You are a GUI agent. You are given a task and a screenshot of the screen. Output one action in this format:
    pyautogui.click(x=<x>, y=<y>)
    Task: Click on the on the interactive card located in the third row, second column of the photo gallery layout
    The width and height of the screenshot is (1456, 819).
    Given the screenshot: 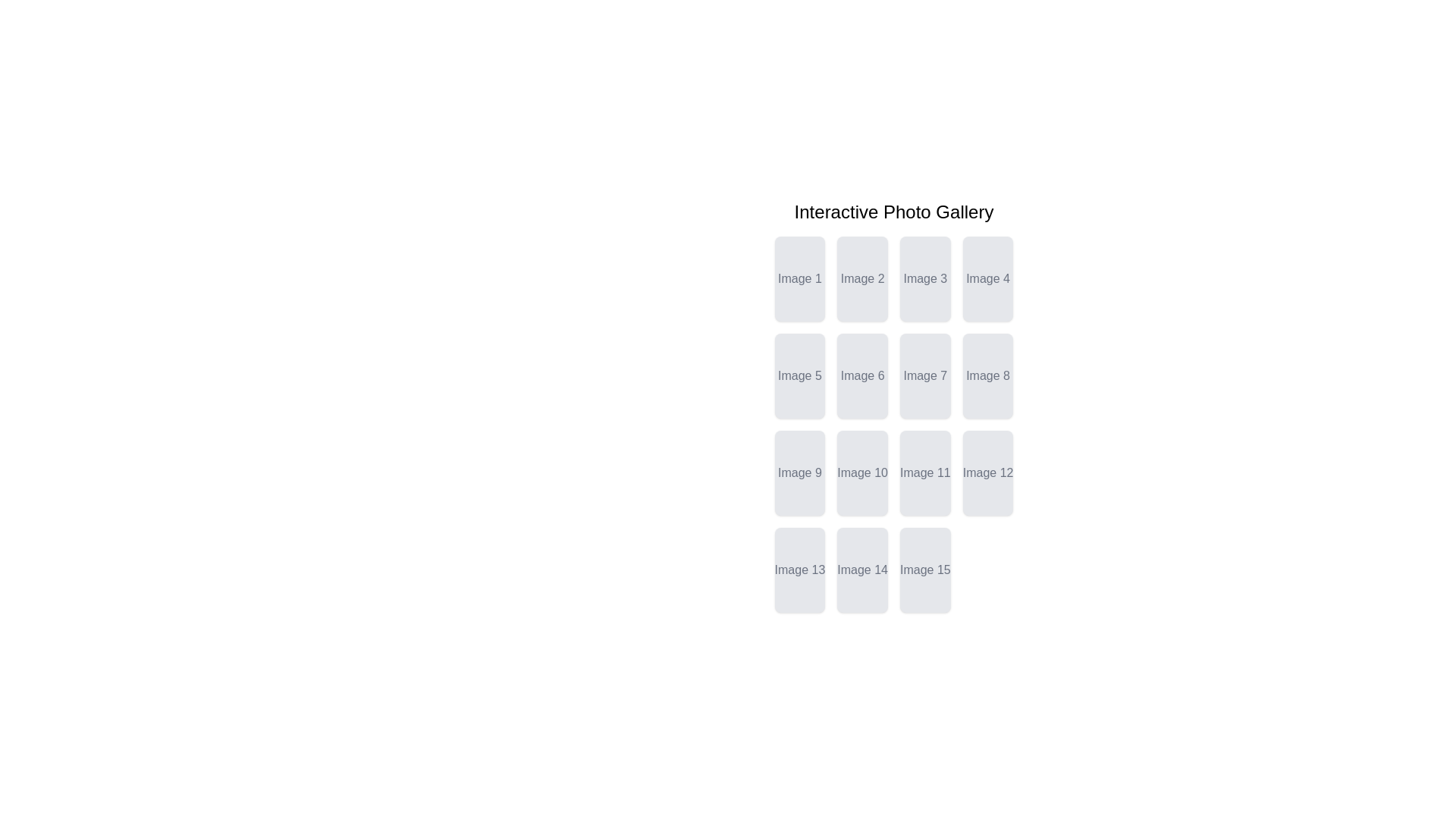 What is the action you would take?
    pyautogui.click(x=924, y=472)
    